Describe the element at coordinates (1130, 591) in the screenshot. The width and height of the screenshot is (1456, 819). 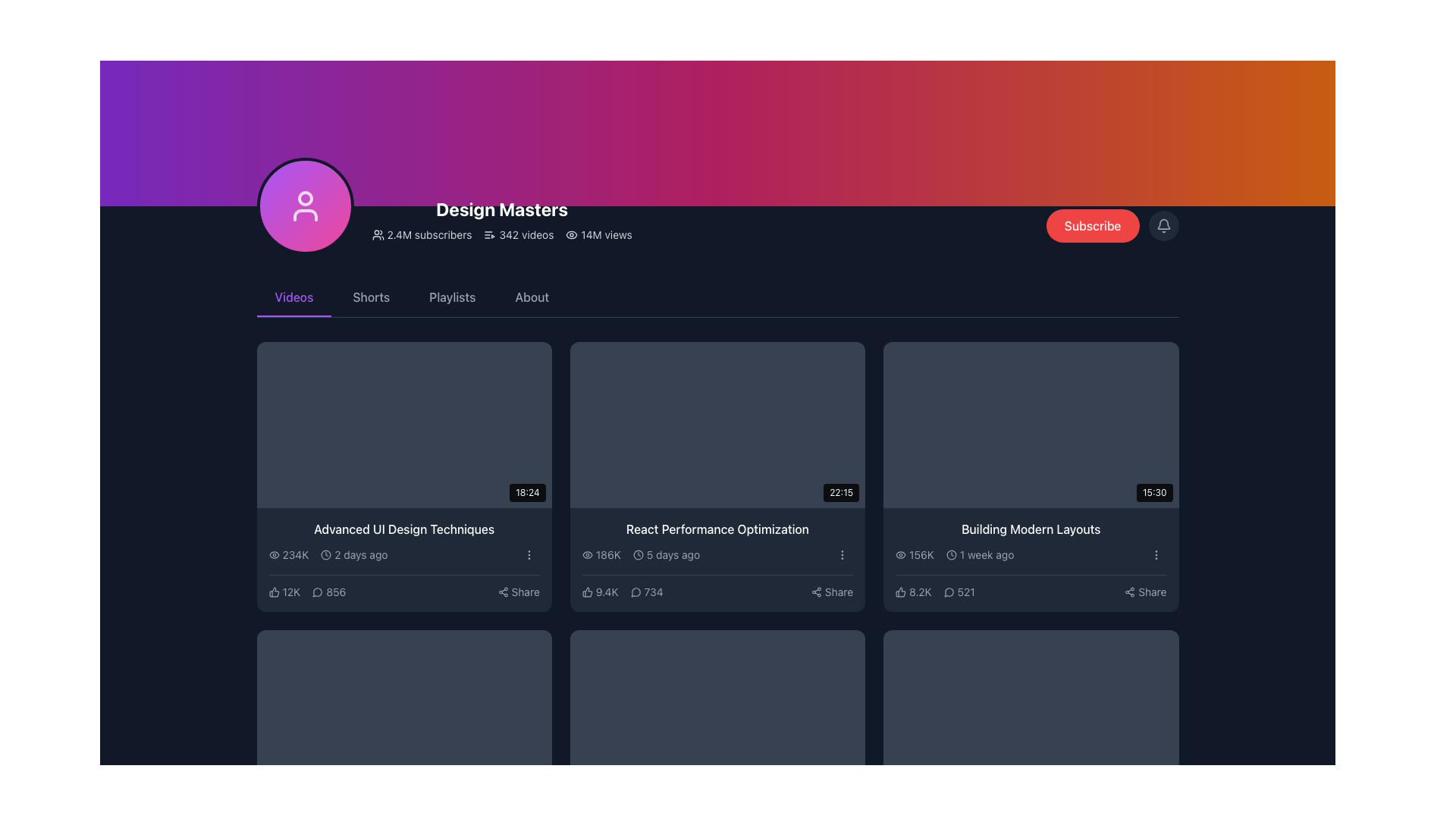
I see `the SVG icon graphic that signifies the sharing functionality within the 'Share' button located in the bottom-right corner of the card for the 'Building Modern Layouts' video` at that location.